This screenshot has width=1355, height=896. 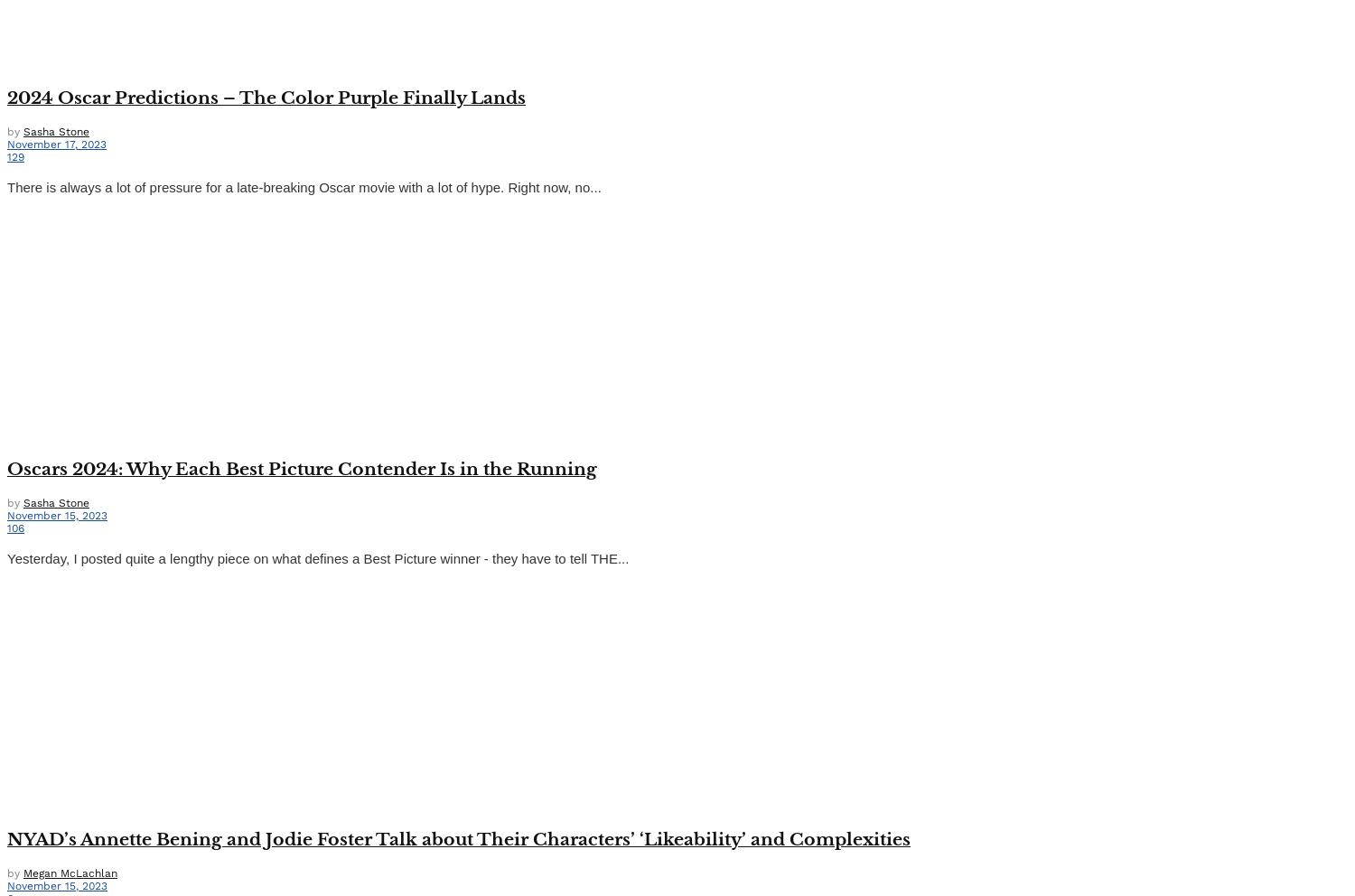 I want to click on 'Oscars 2024: Why Each Best Picture Contender Is in the Running', so click(x=301, y=467).